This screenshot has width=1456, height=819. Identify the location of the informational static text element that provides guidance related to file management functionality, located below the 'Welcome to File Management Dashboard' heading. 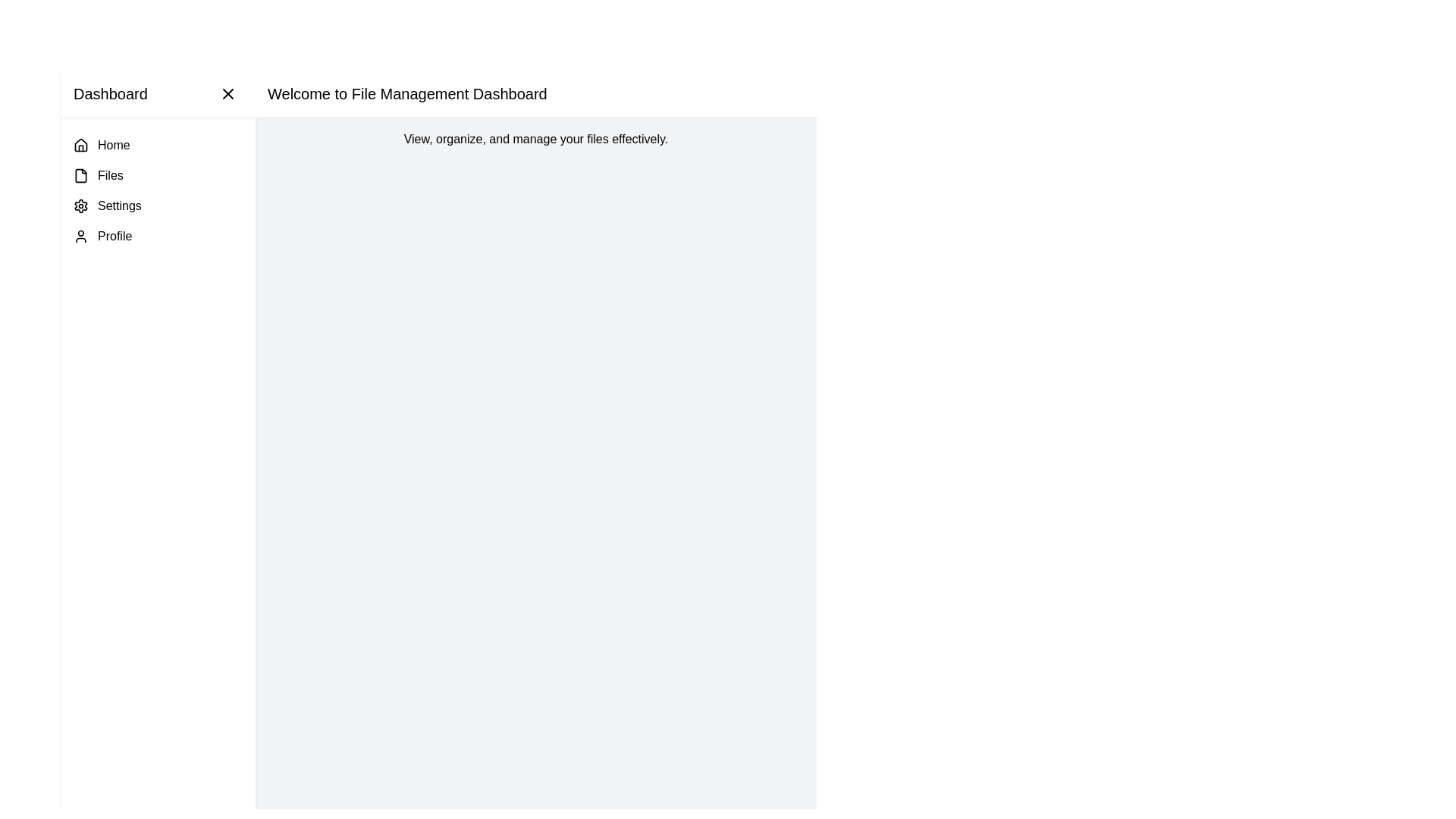
(535, 140).